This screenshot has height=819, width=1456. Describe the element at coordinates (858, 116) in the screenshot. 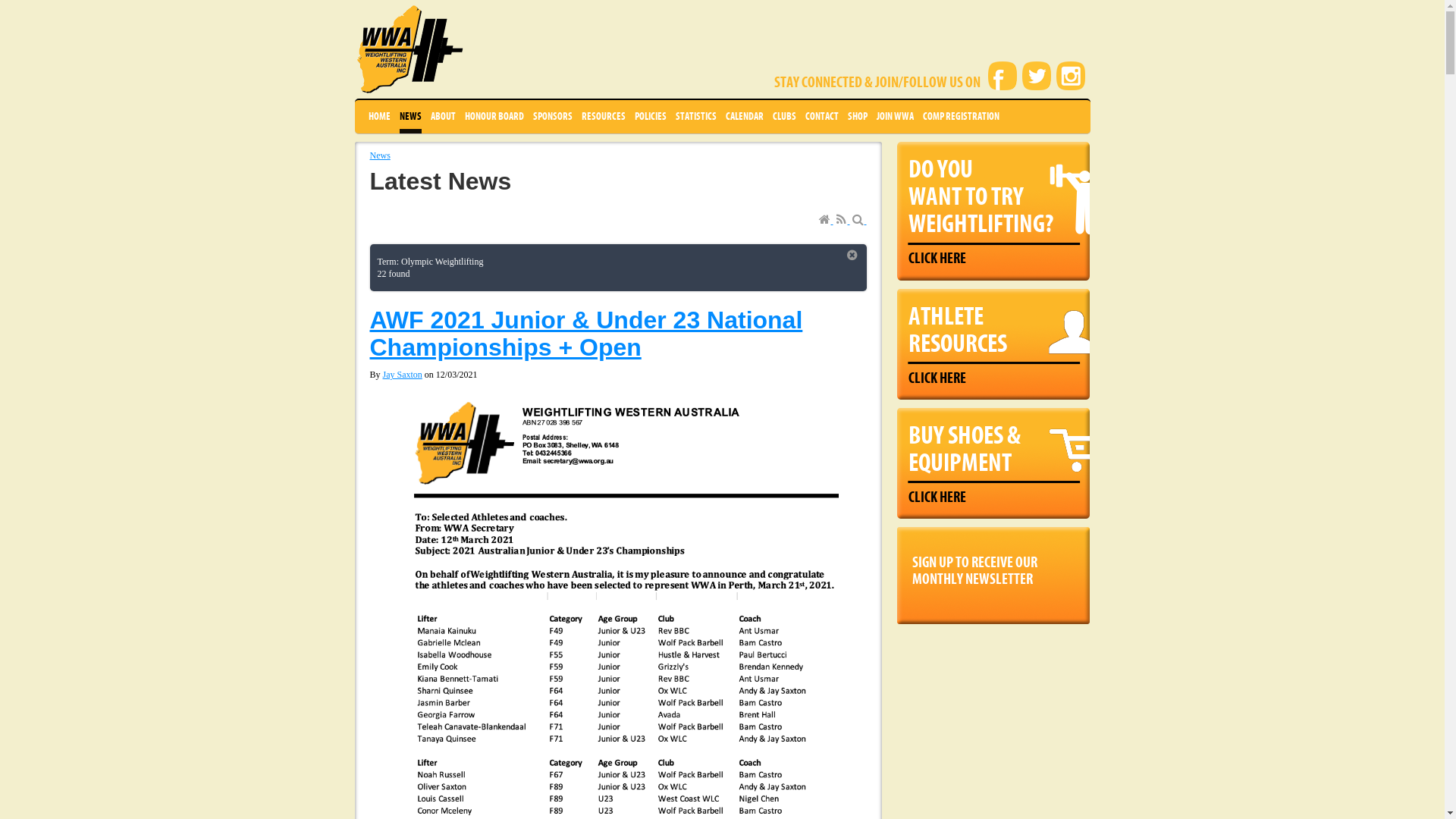

I see `'SHOP'` at that location.